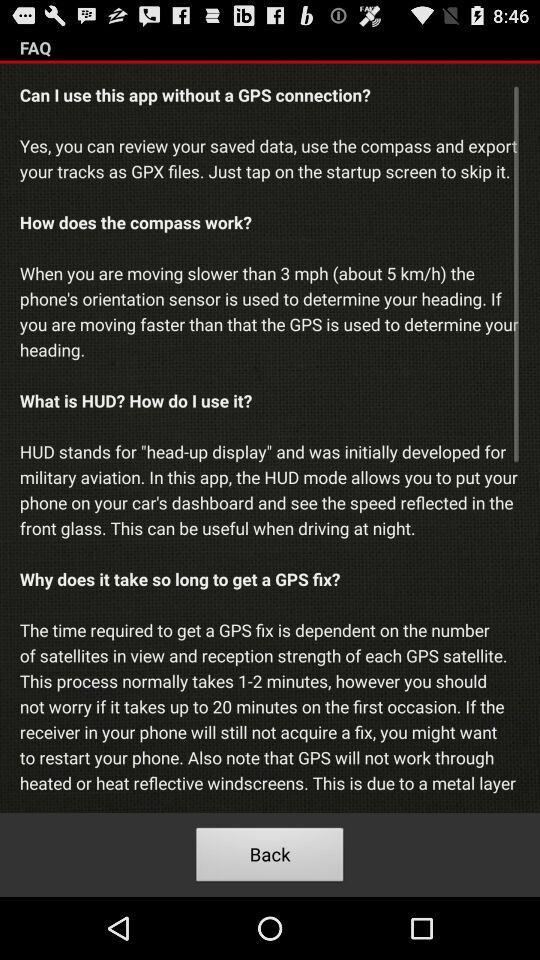 Image resolution: width=540 pixels, height=960 pixels. Describe the element at coordinates (270, 856) in the screenshot. I see `button at the bottom` at that location.